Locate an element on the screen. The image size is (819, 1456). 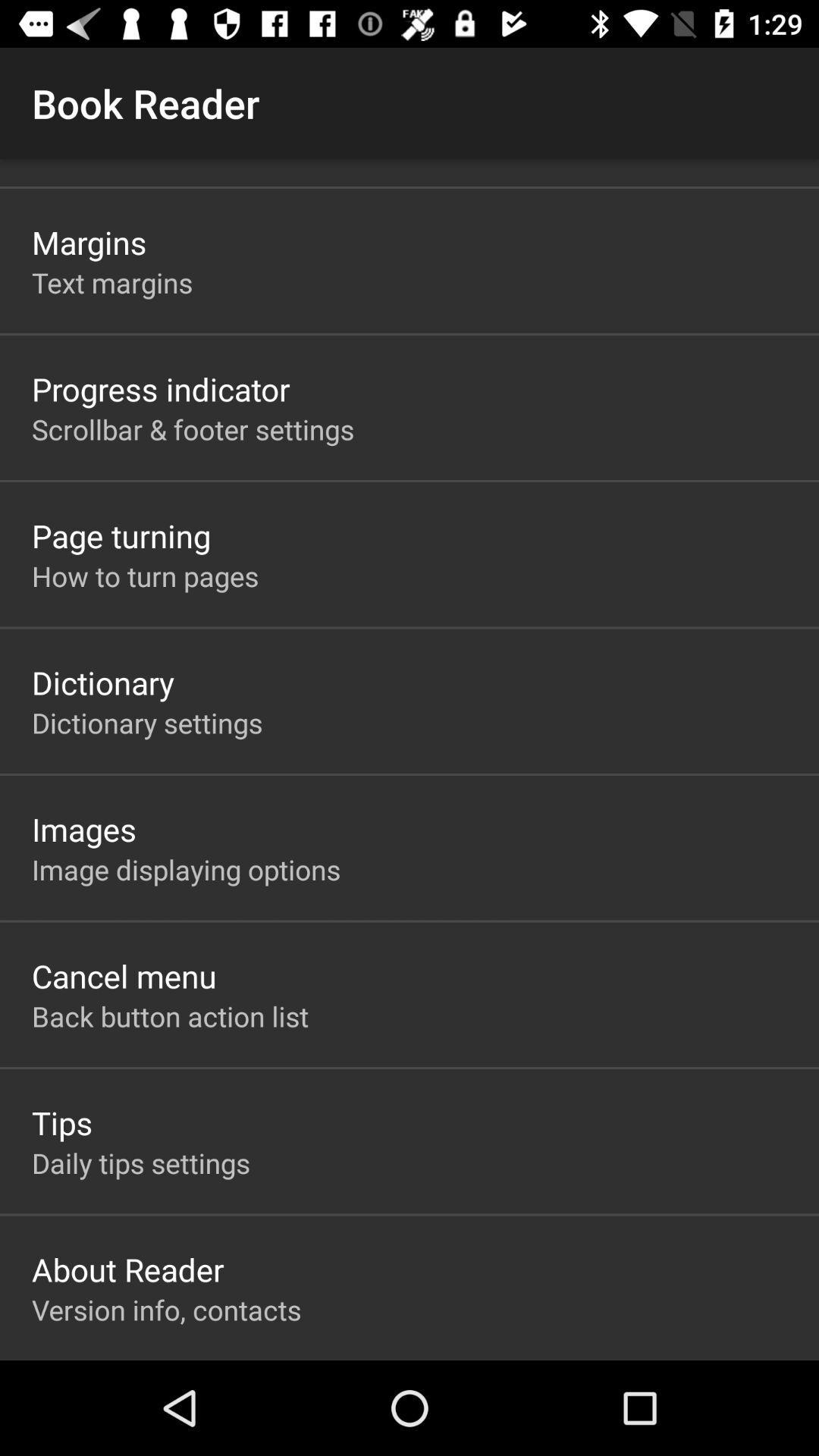
dictionary settings item is located at coordinates (147, 722).